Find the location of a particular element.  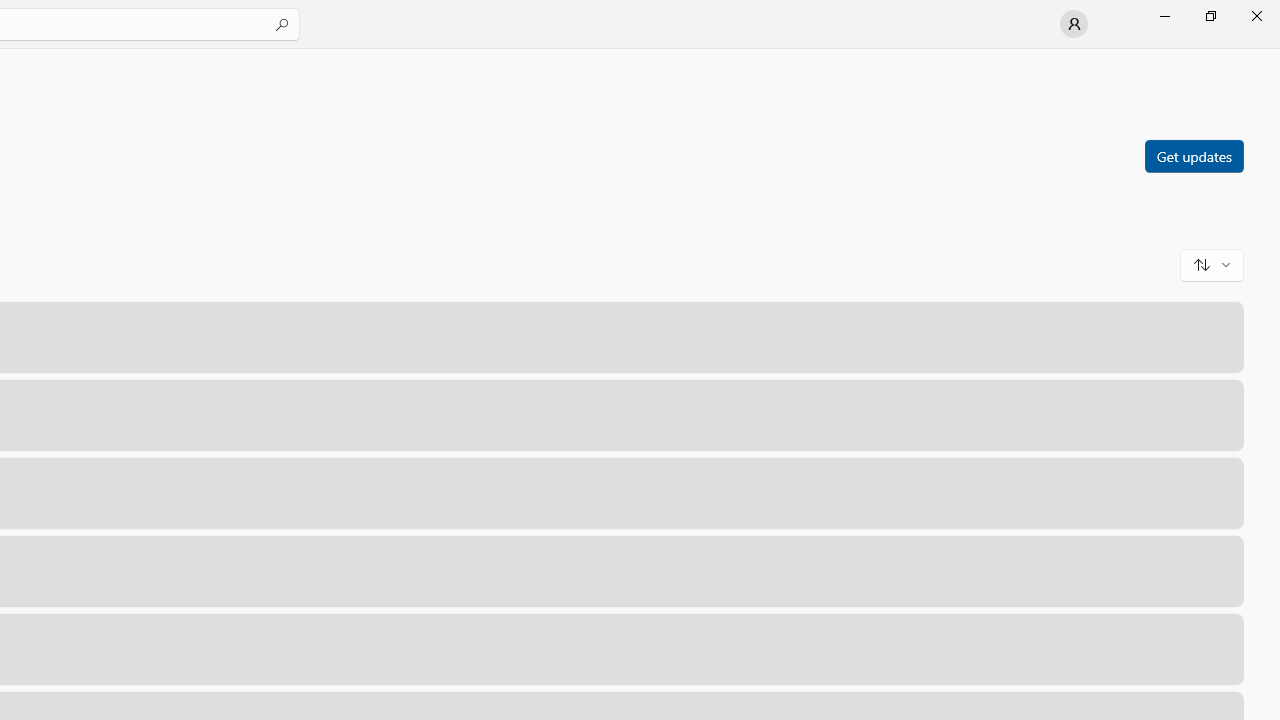

'Get updates' is located at coordinates (1193, 154).